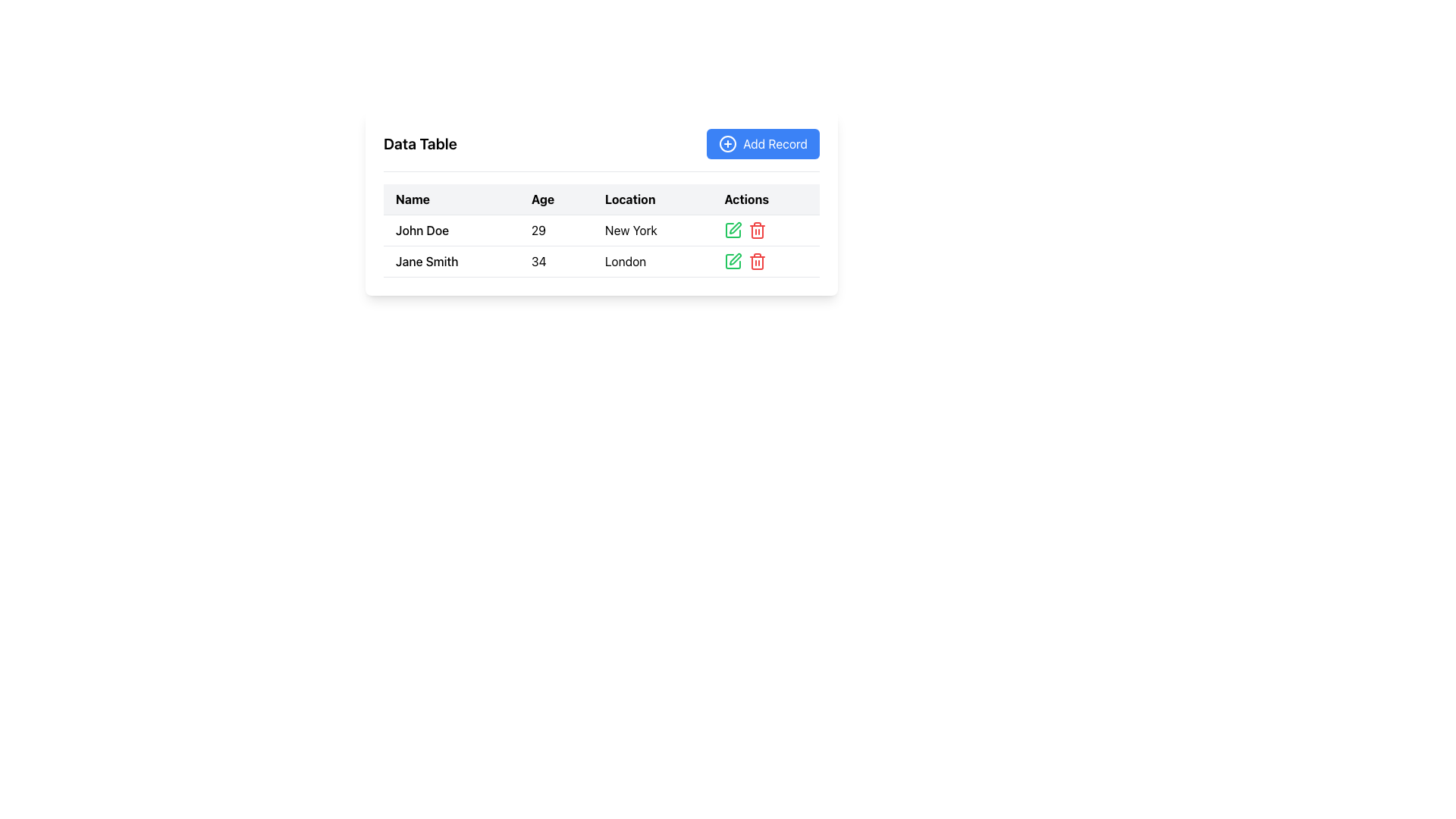 The height and width of the screenshot is (819, 1456). I want to click on the Decorative Circle Icon located at the top-right of the 'Add Record' button in the data table layout, so click(728, 143).